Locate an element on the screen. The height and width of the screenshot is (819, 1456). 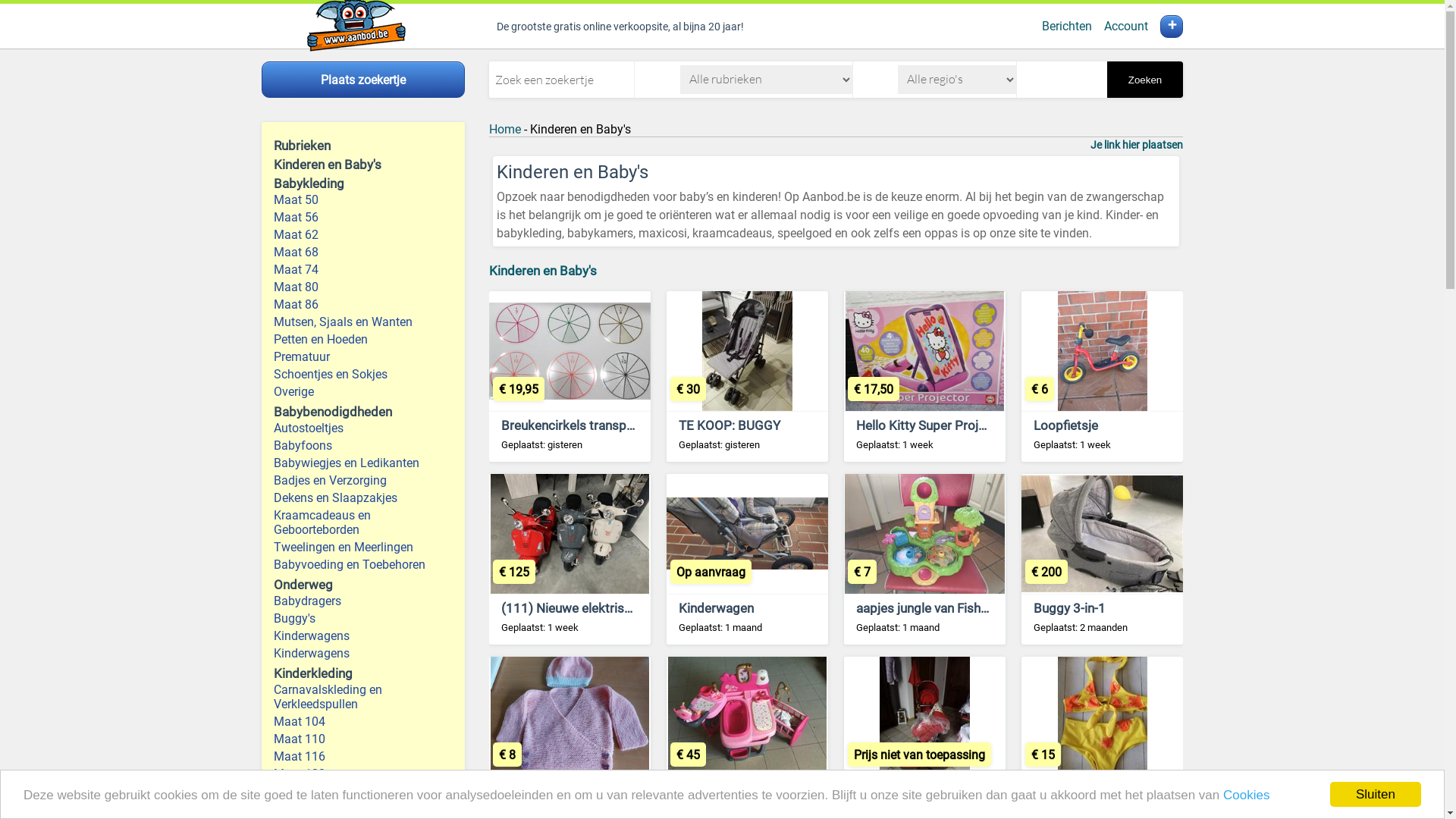
'Loopfietsje' is located at coordinates (1065, 424).